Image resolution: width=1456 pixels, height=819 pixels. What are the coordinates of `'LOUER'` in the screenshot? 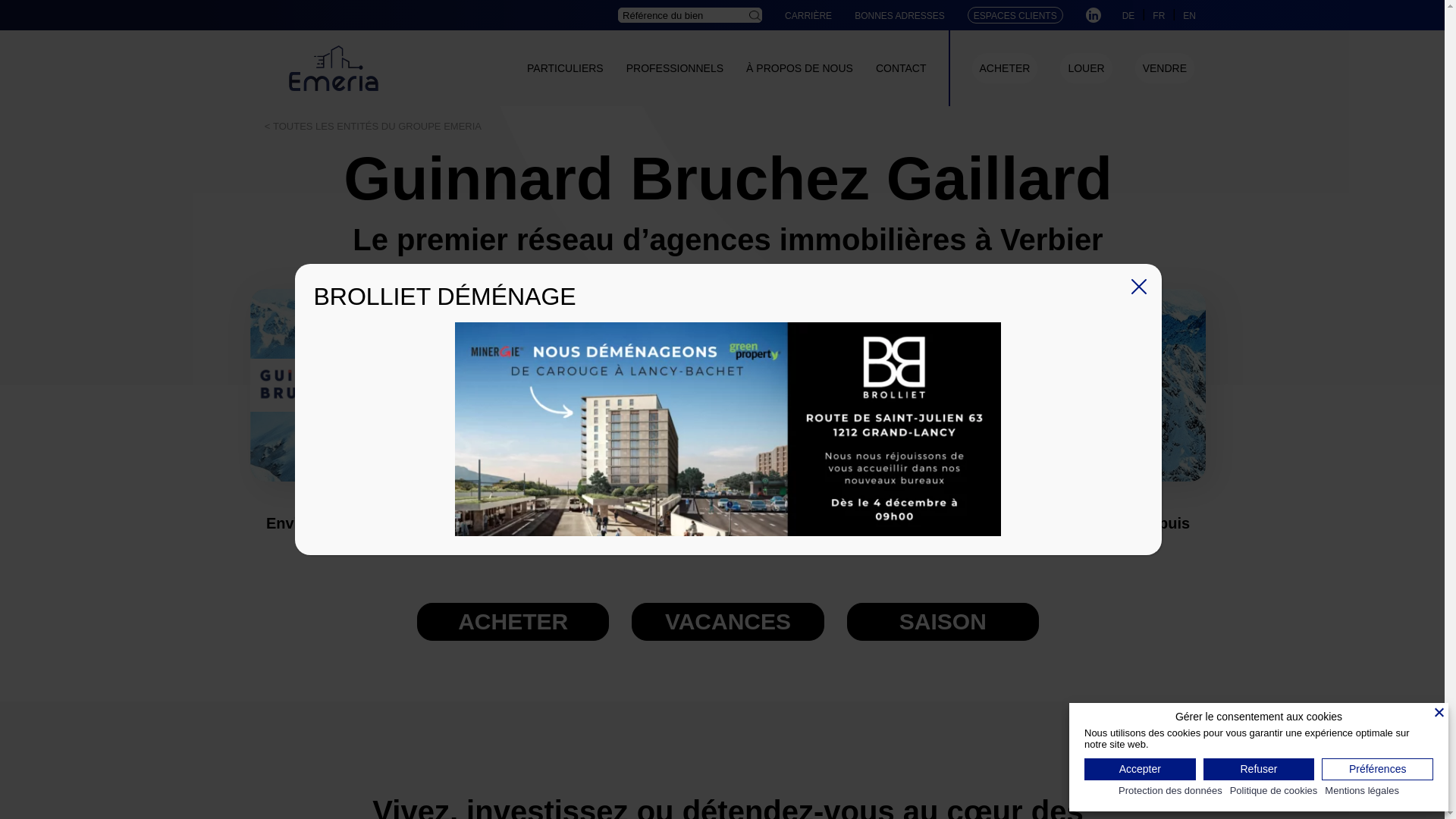 It's located at (1066, 67).